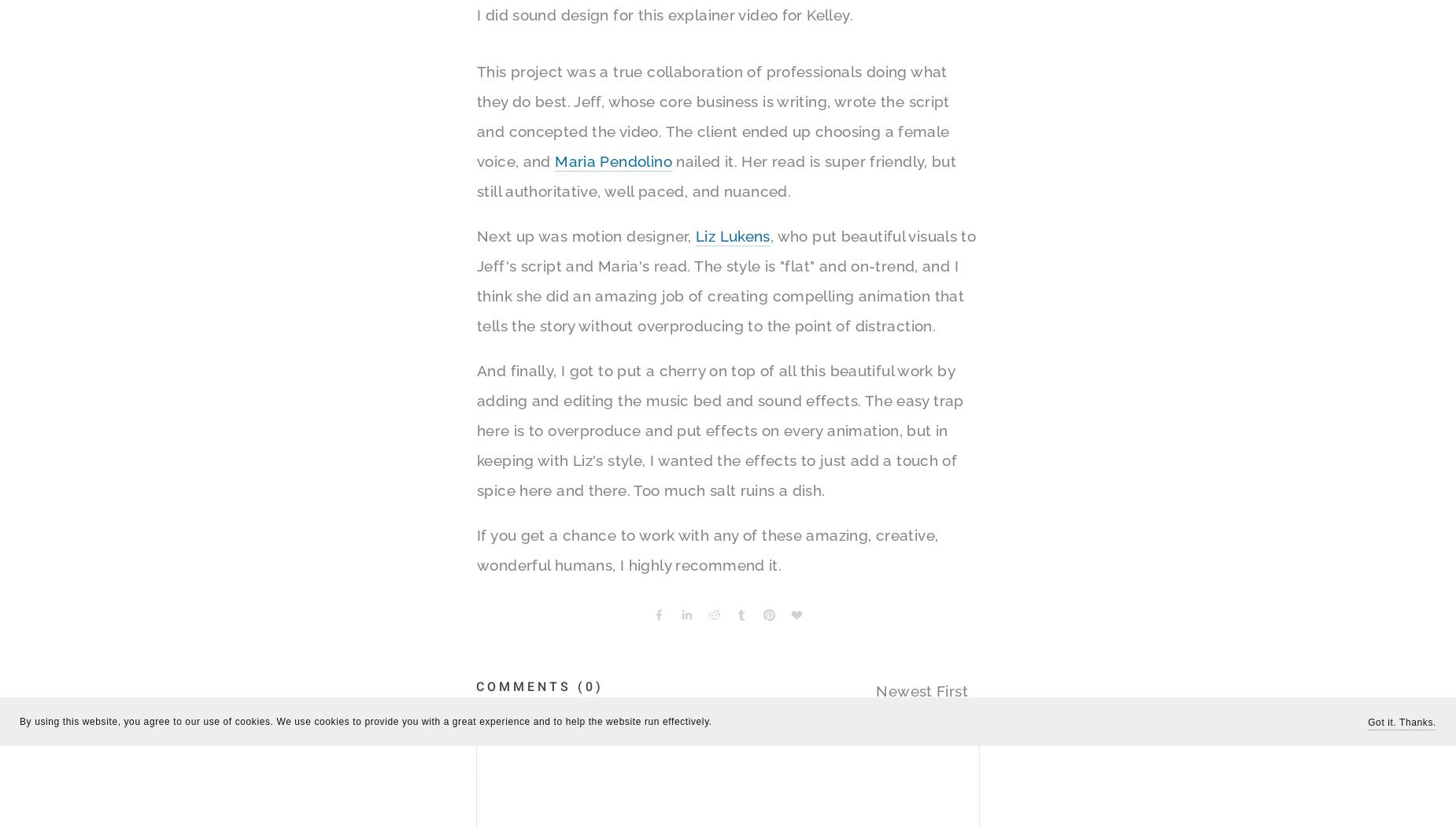 The image size is (1456, 828). I want to click on 'Liz Lukens', so click(731, 236).